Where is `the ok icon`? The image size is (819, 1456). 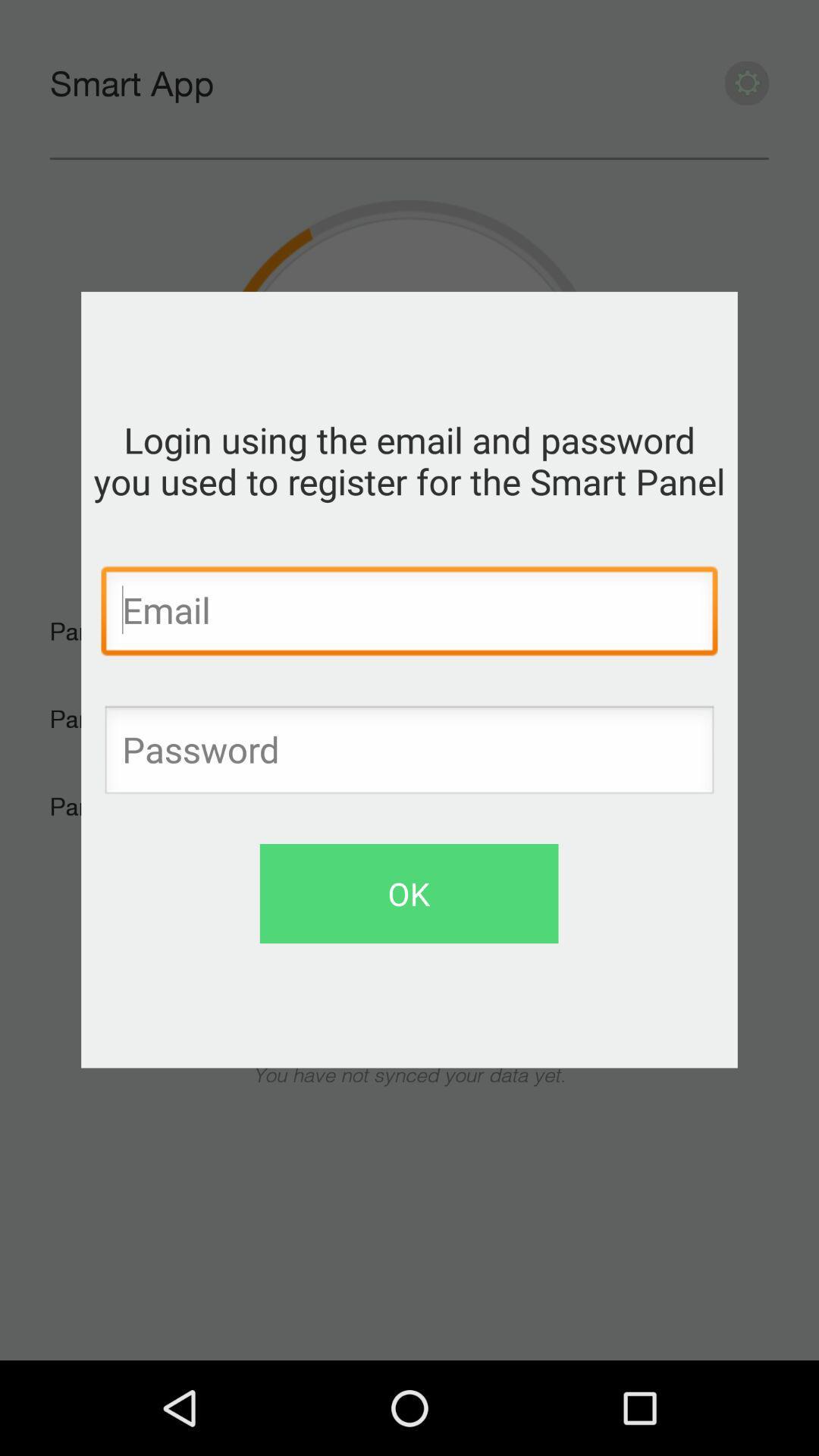 the ok icon is located at coordinates (408, 893).